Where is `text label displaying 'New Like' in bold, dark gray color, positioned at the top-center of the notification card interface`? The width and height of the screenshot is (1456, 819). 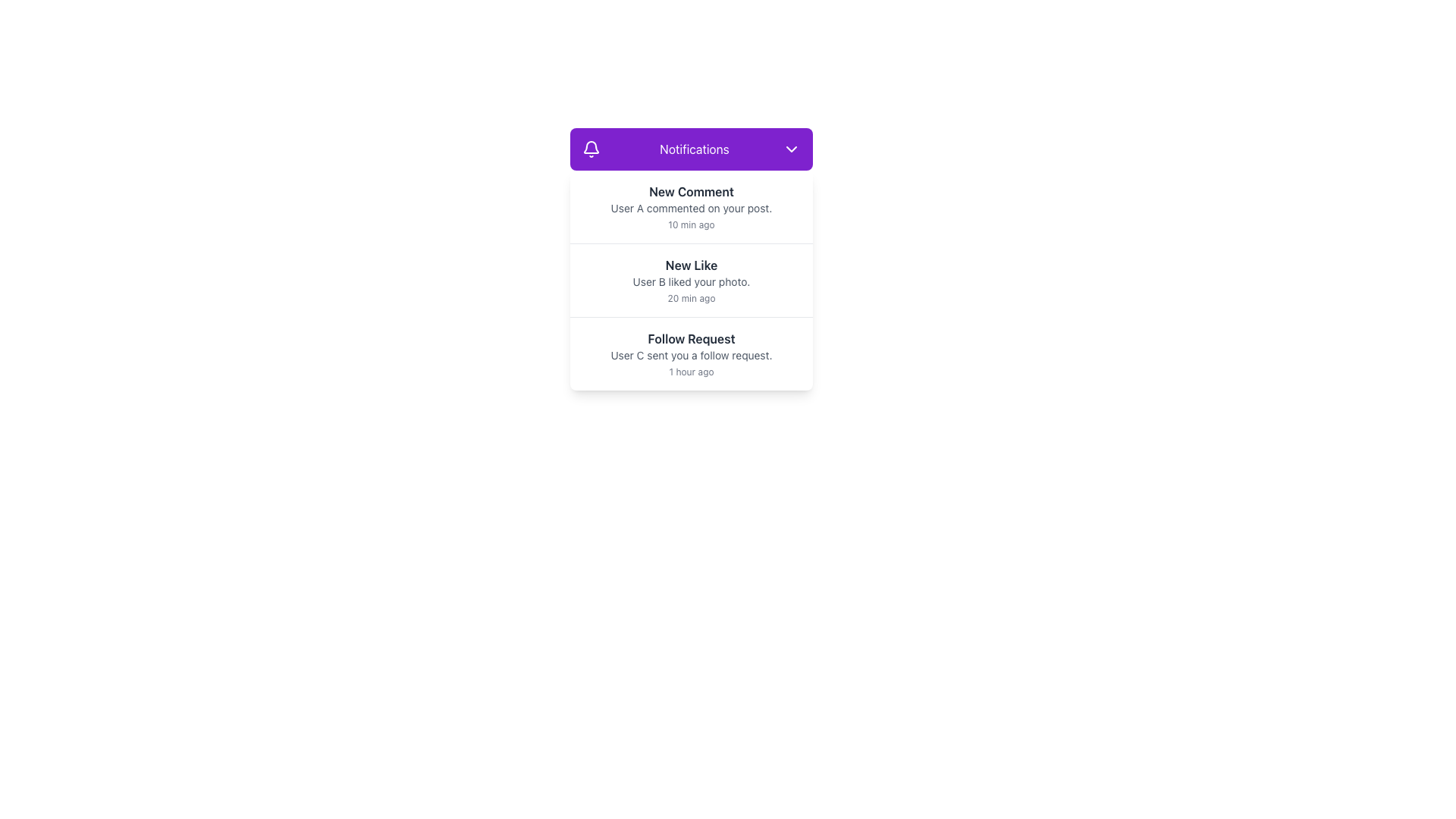
text label displaying 'New Like' in bold, dark gray color, positioned at the top-center of the notification card interface is located at coordinates (691, 265).